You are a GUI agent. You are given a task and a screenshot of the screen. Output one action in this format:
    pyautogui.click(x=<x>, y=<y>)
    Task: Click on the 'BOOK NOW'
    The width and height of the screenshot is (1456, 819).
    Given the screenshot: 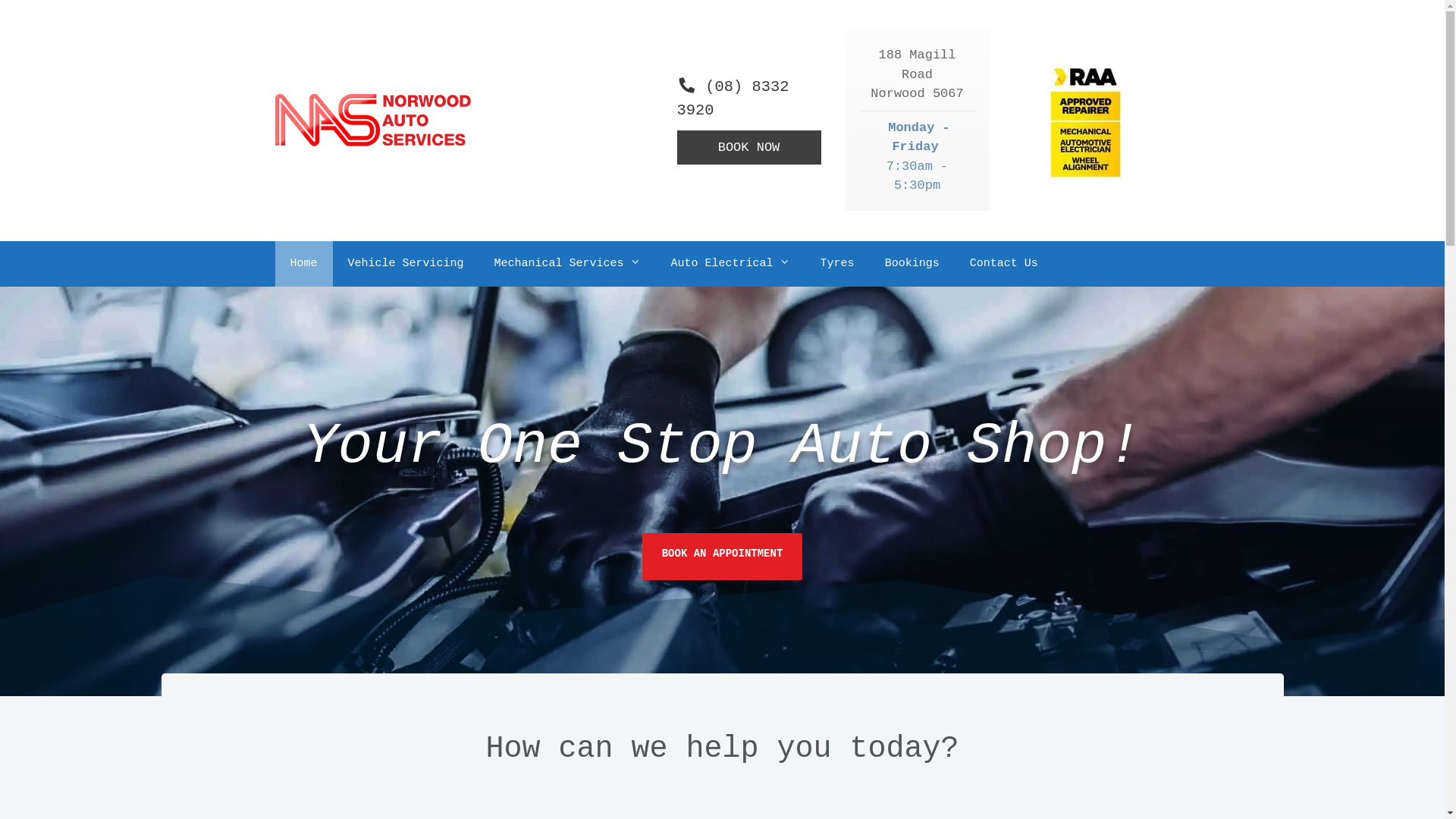 What is the action you would take?
    pyautogui.click(x=748, y=148)
    